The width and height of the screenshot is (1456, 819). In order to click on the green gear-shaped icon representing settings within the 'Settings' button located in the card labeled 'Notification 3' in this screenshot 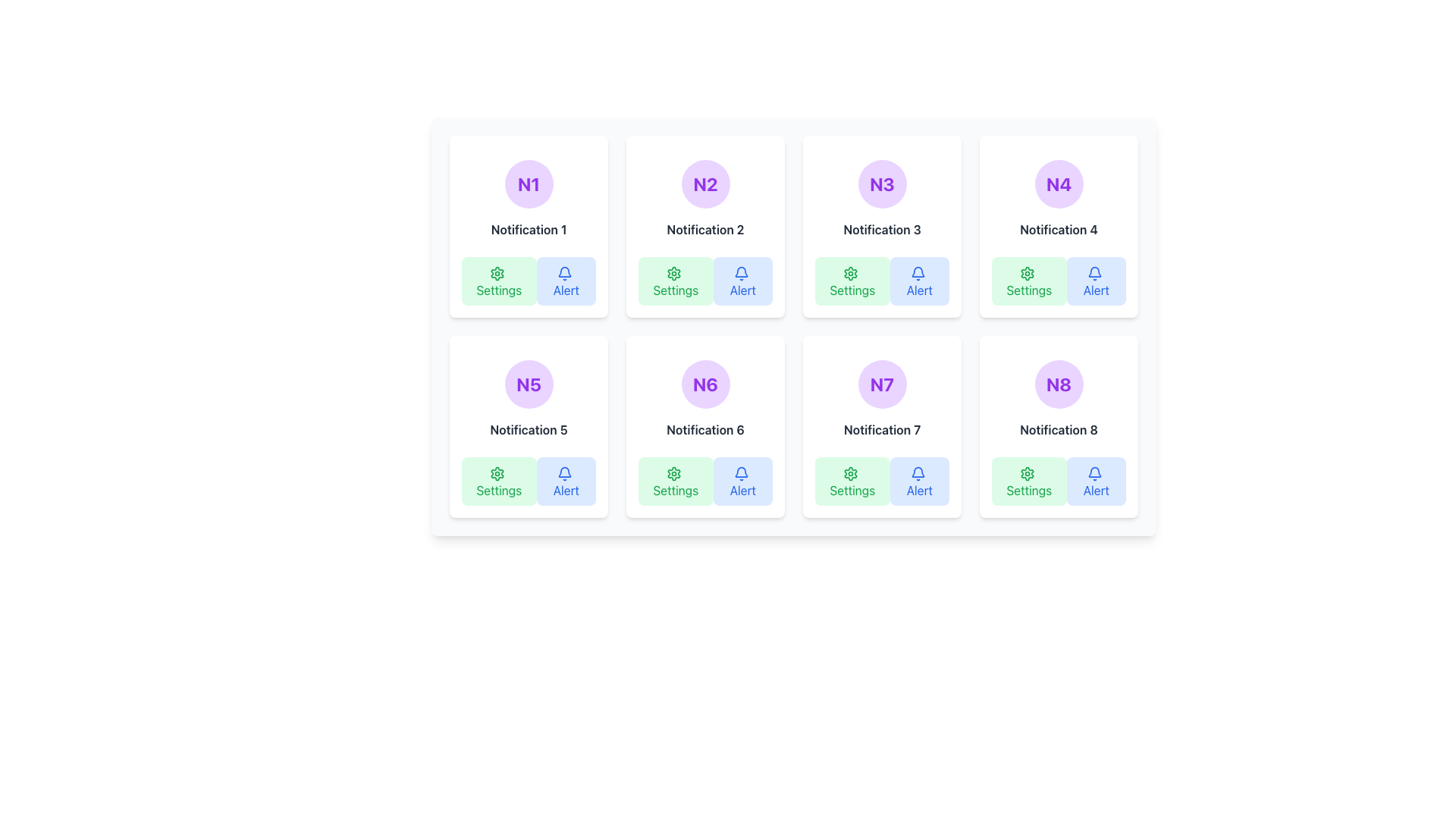, I will do `click(851, 273)`.